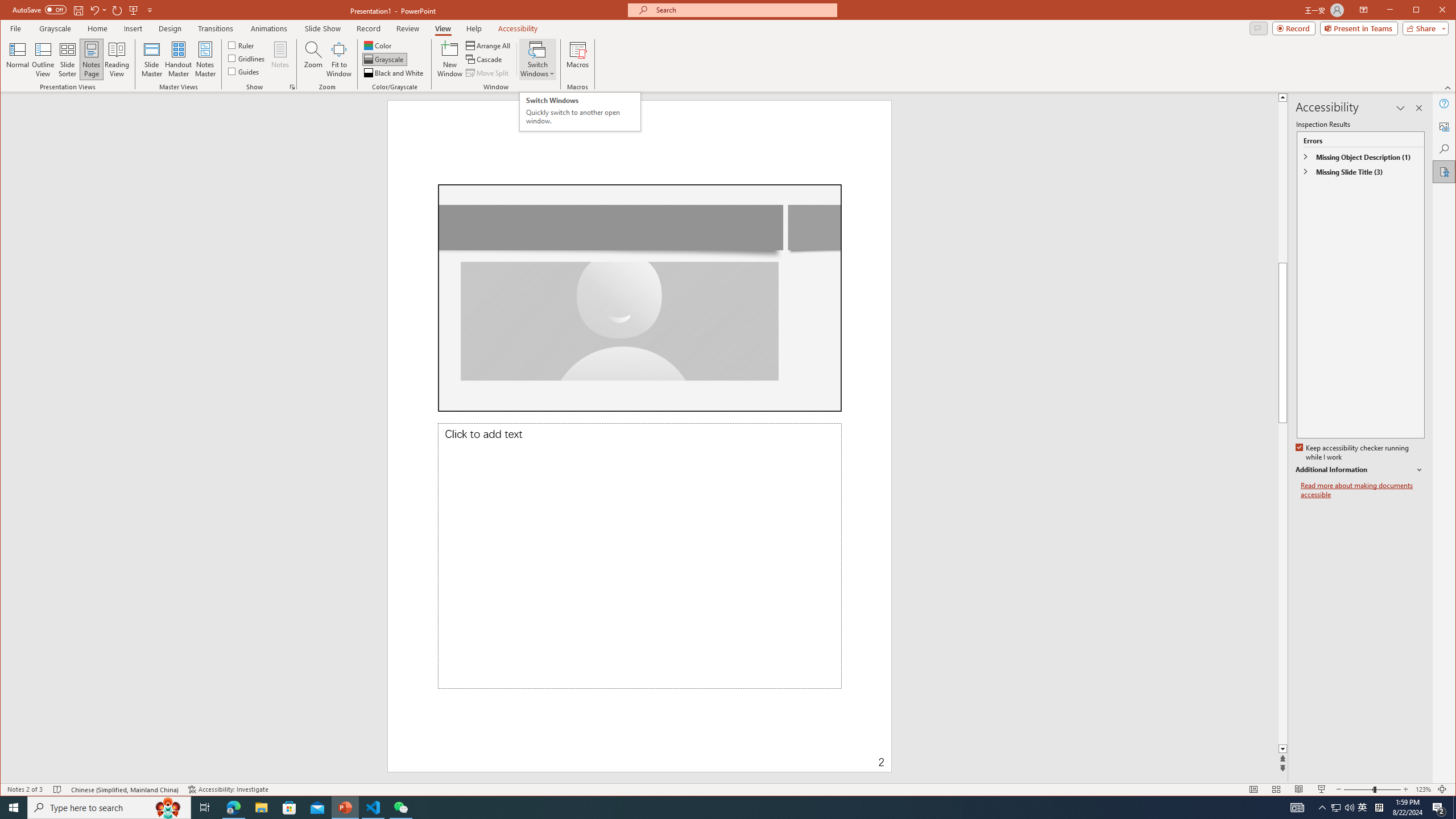 The height and width of the screenshot is (819, 1456). I want to click on 'Cascade', so click(484, 59).